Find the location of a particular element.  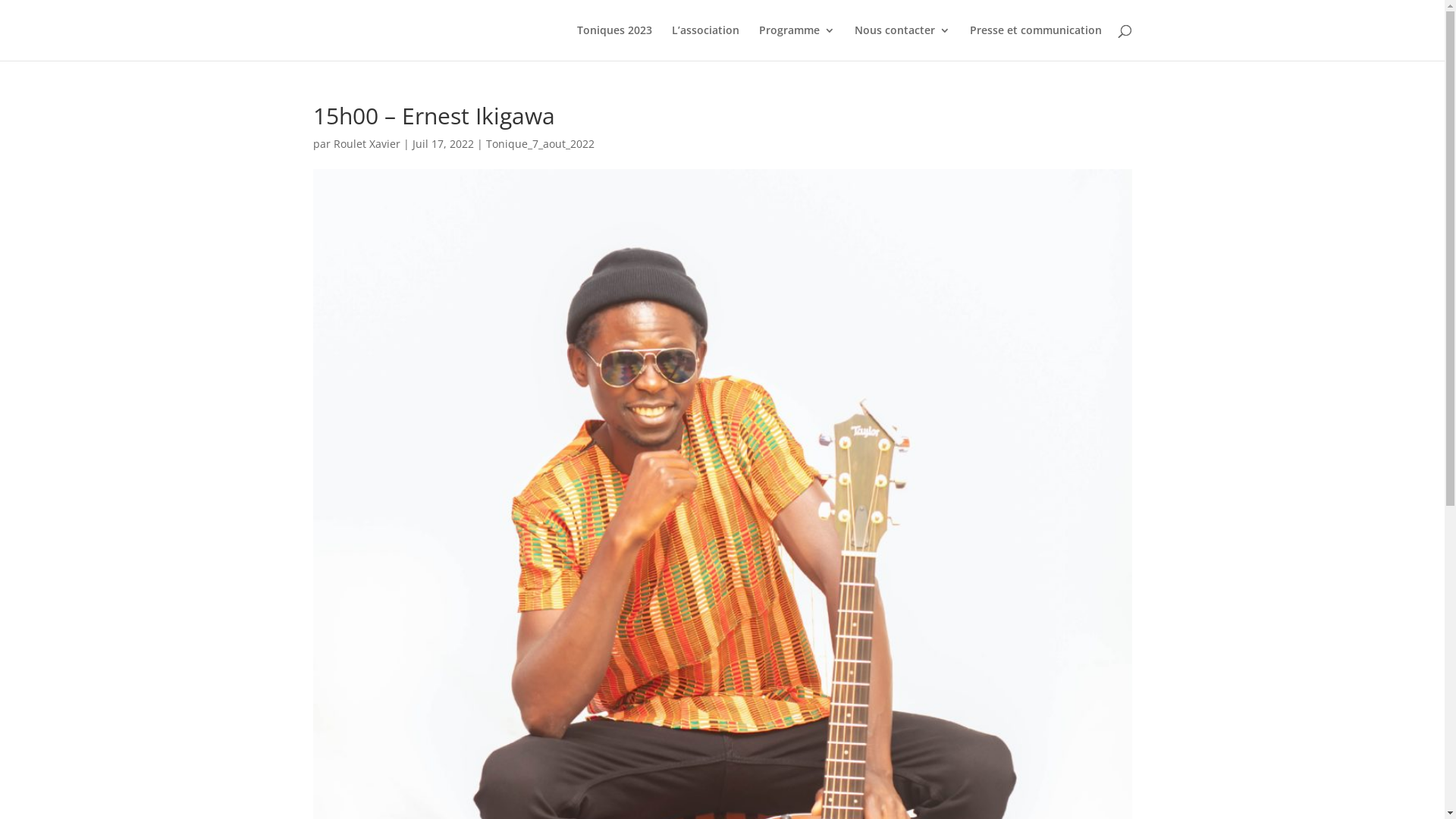

'Toniques 2023' is located at coordinates (613, 42).